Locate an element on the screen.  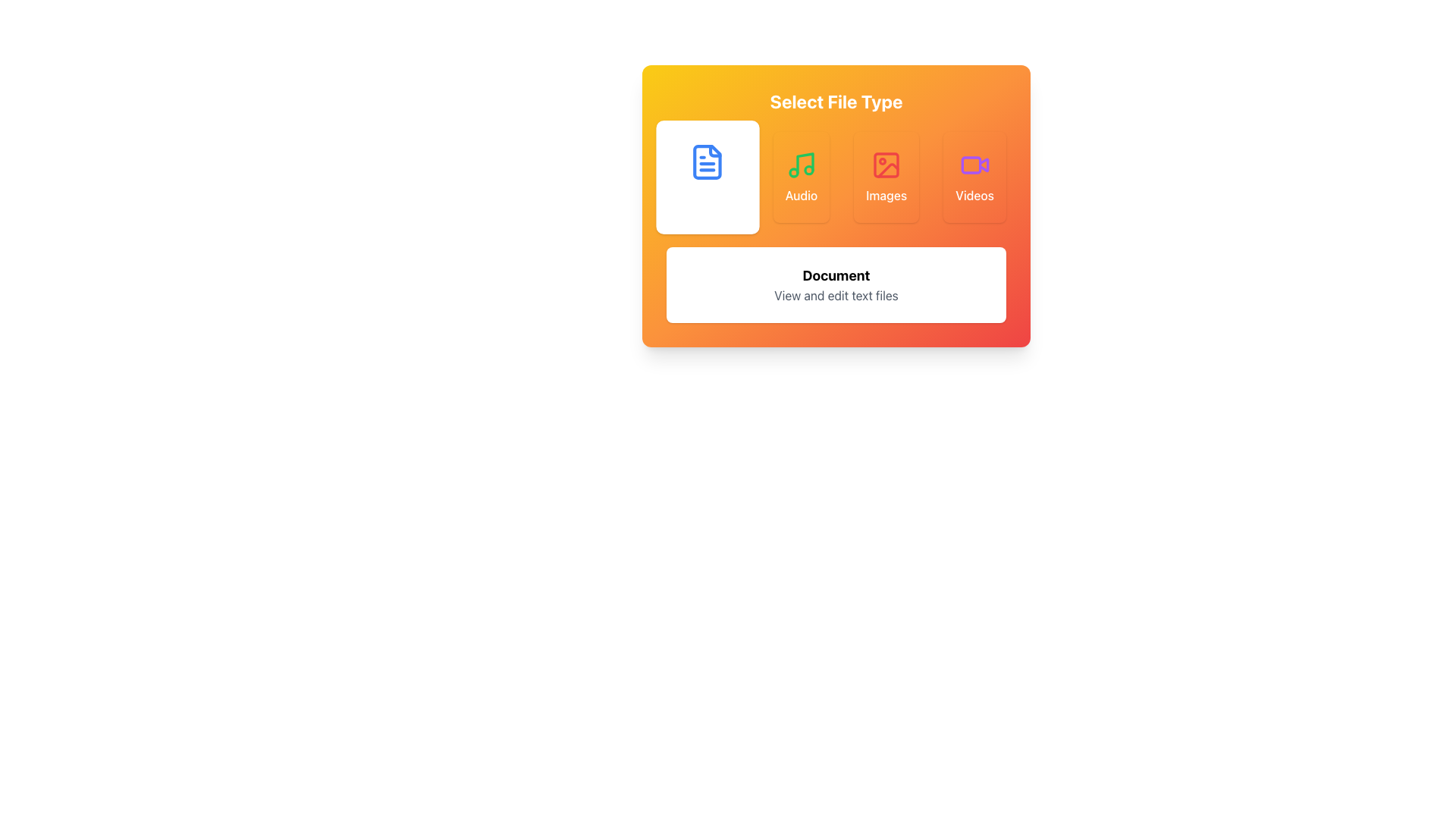
the composite UI element for selecting a file type is located at coordinates (836, 206).